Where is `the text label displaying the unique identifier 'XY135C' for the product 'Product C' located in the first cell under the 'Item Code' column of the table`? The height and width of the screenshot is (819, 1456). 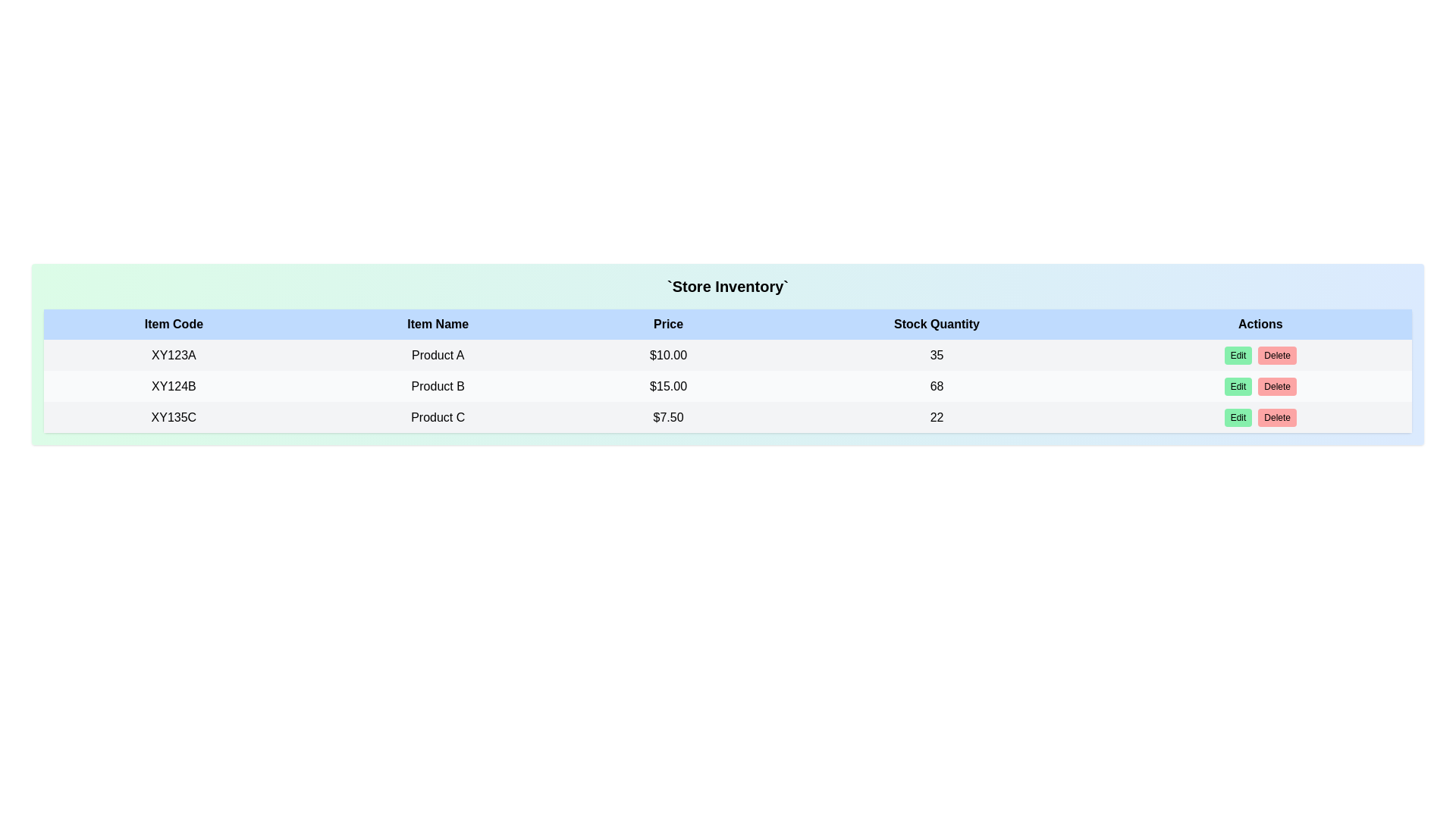
the text label displaying the unique identifier 'XY135C' for the product 'Product C' located in the first cell under the 'Item Code' column of the table is located at coordinates (174, 417).